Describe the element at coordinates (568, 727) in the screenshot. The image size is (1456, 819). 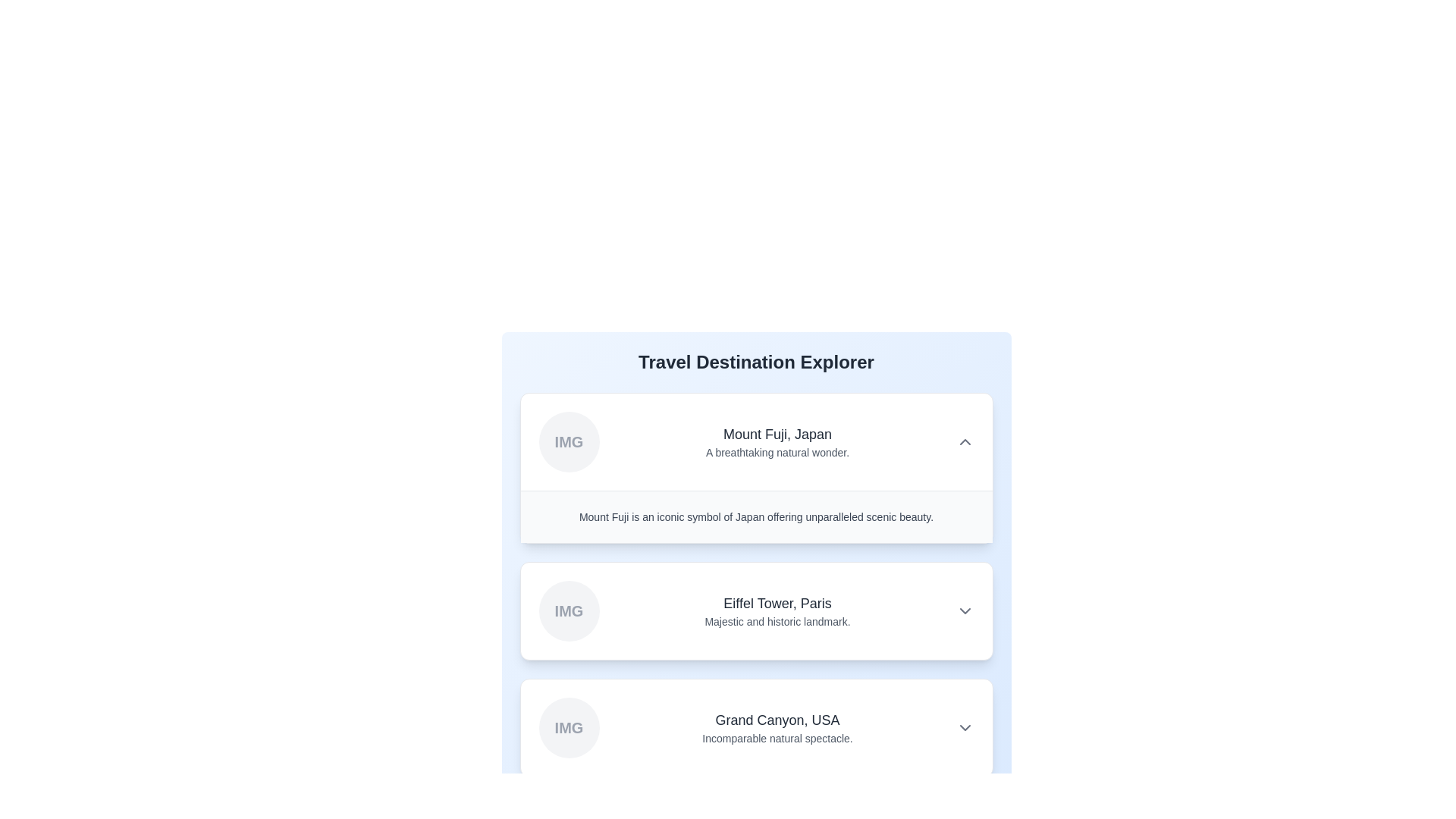
I see `the image placeholder of the destination Grand Canyon, USA` at that location.